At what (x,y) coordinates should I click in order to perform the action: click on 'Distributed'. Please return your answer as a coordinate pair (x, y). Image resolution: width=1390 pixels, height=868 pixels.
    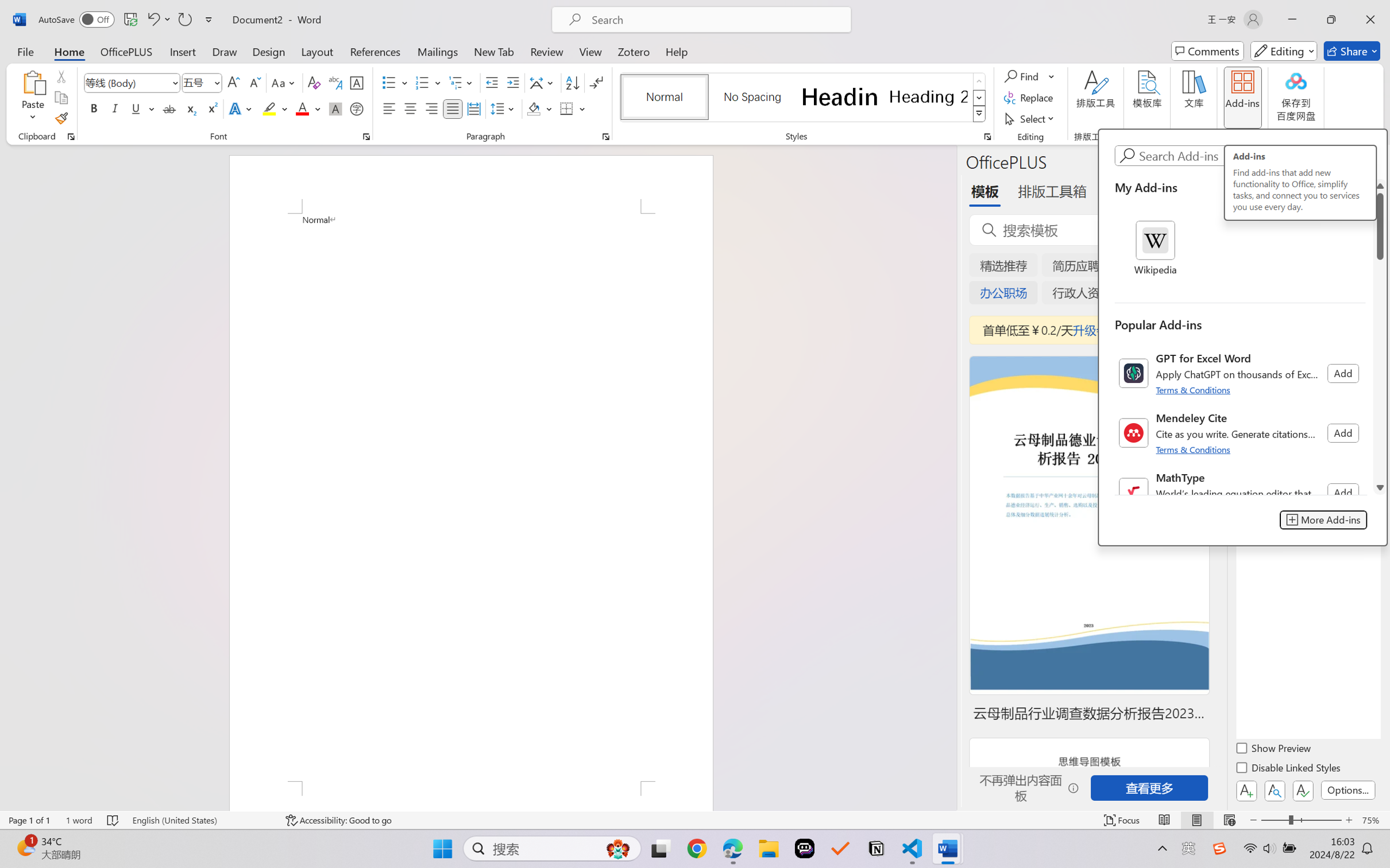
    Looking at the image, I should click on (473, 108).